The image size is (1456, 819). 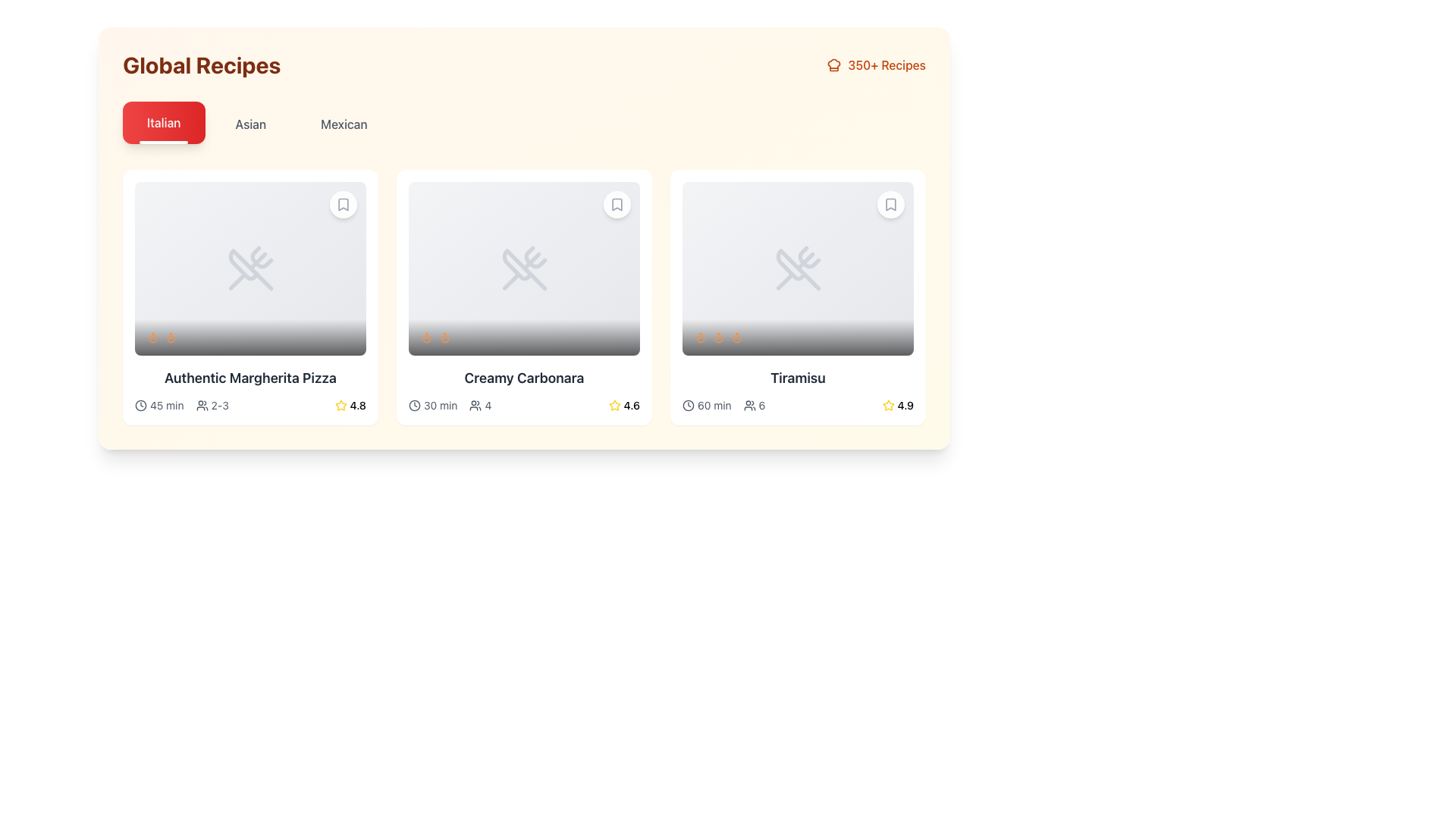 What do you see at coordinates (164, 122) in the screenshot?
I see `the category selector button labeled 'Italian'` at bounding box center [164, 122].